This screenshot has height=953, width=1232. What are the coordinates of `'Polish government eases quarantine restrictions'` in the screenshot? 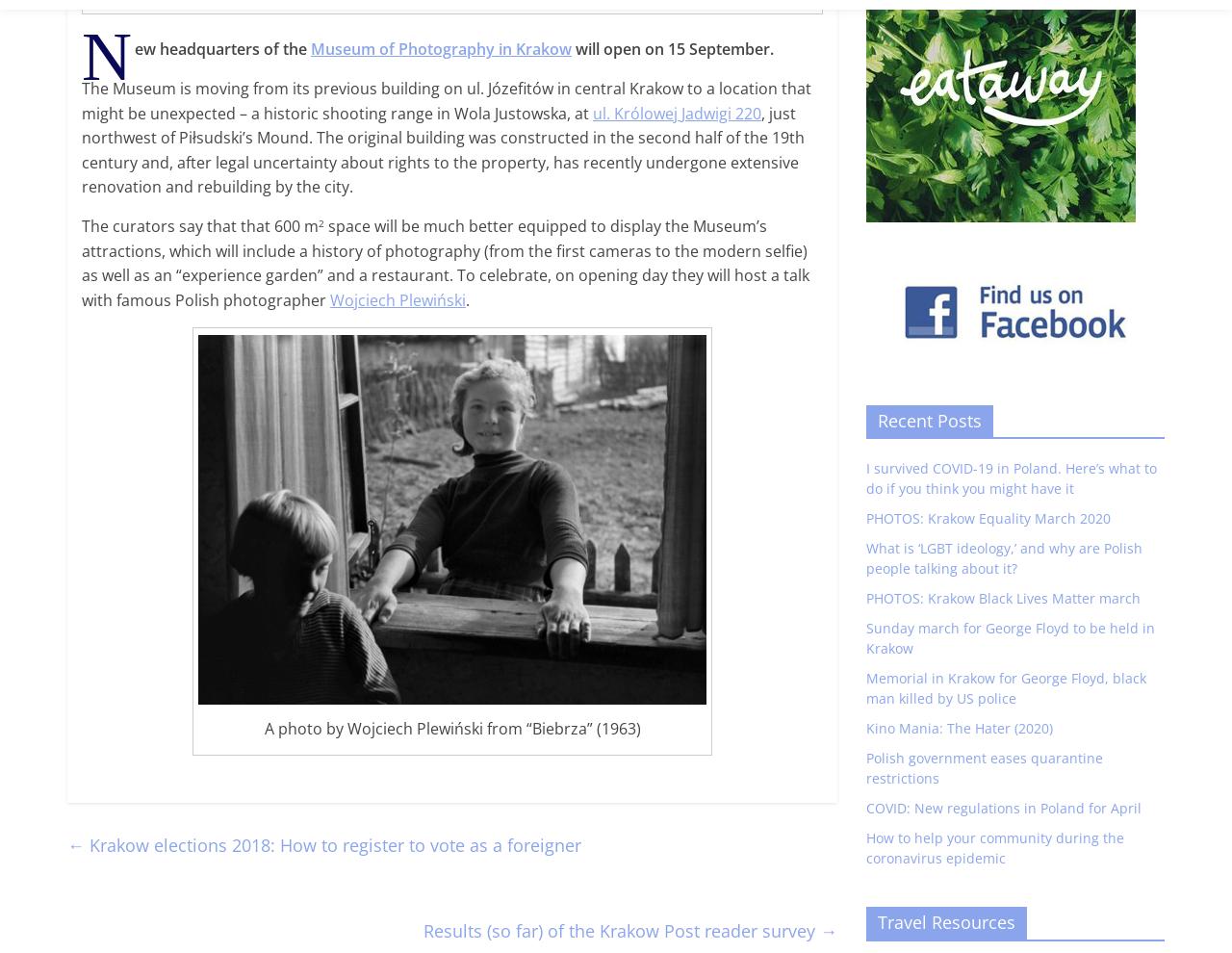 It's located at (984, 767).